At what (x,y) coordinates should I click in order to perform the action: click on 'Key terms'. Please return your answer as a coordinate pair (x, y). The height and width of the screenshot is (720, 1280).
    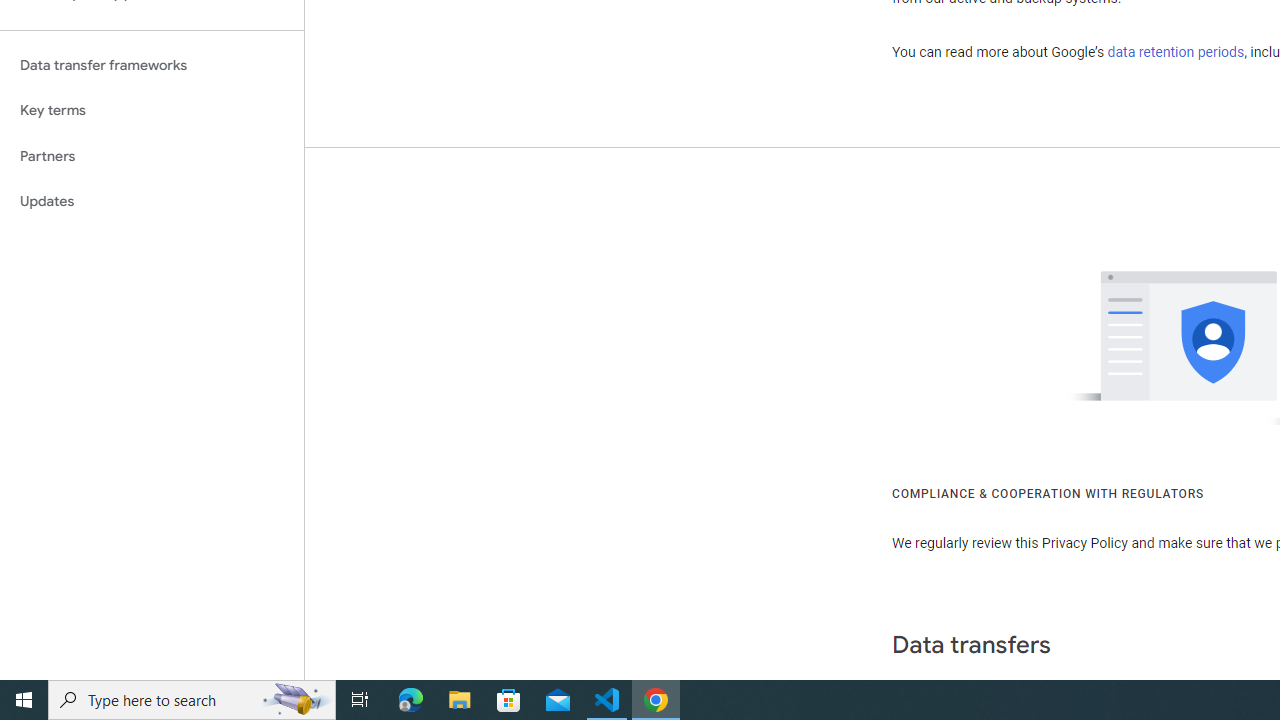
    Looking at the image, I should click on (151, 110).